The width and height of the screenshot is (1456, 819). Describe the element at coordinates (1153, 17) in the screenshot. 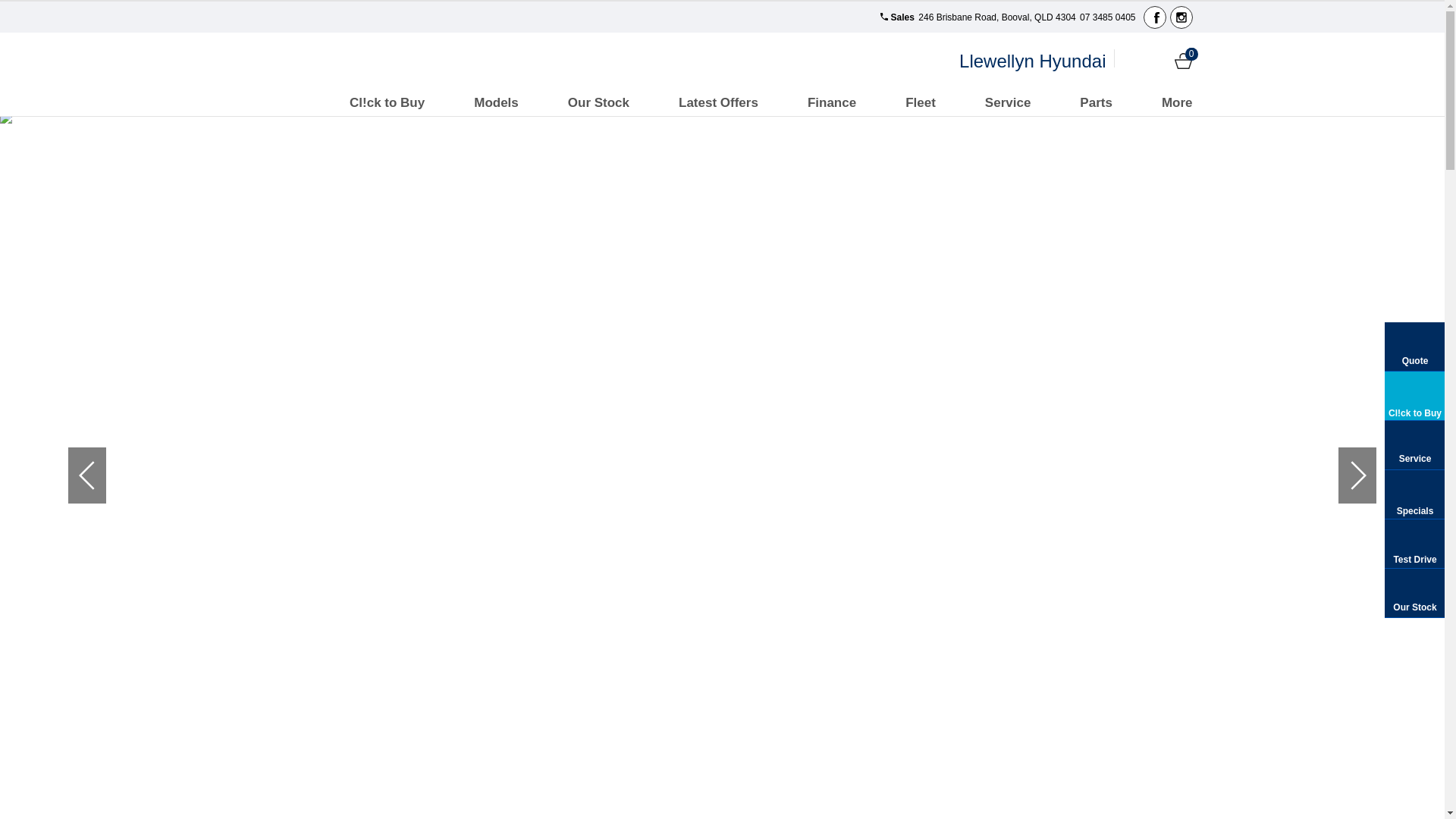

I see `'Facebook'` at that location.